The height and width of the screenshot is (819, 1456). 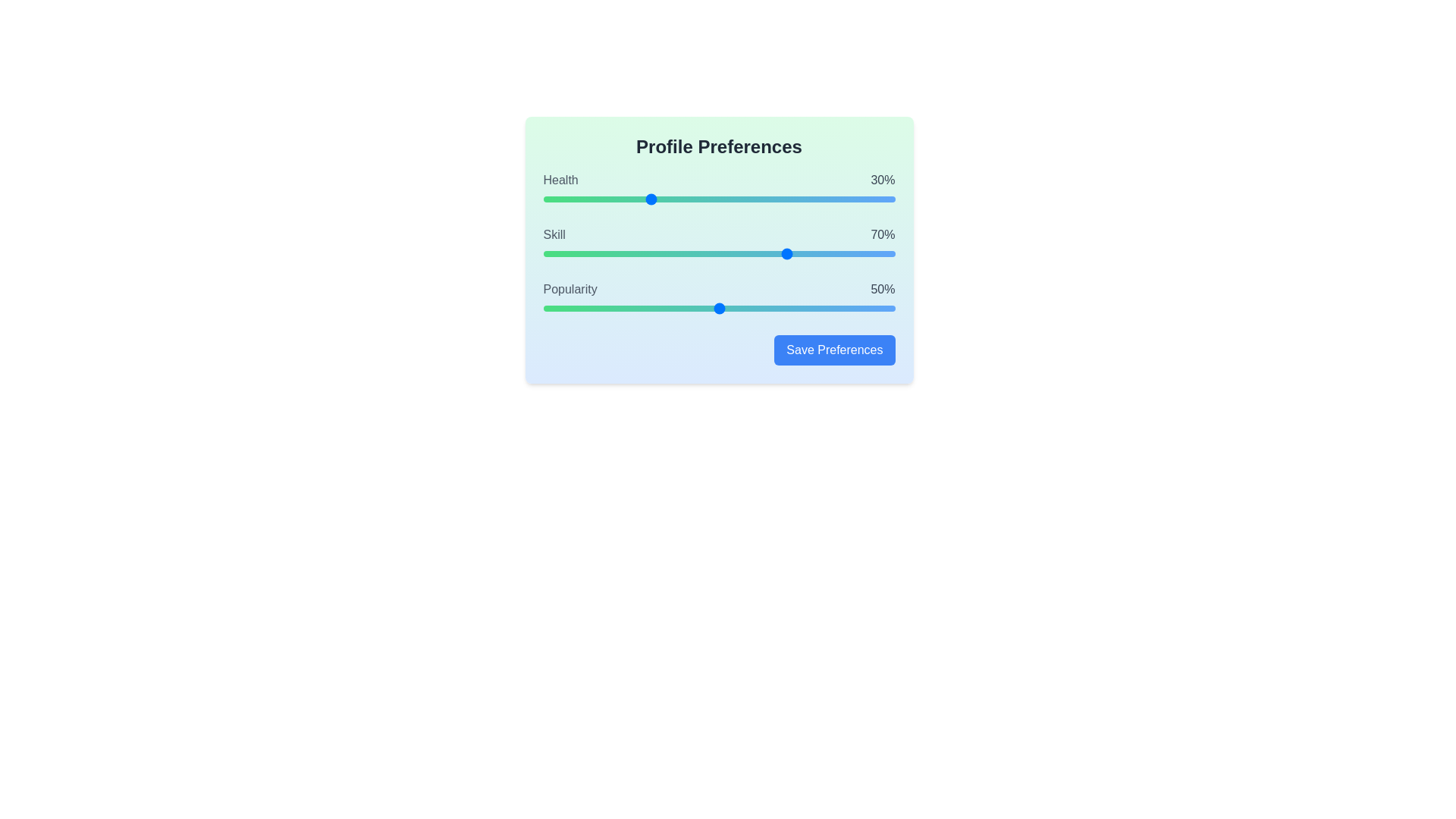 I want to click on the 'Save Preferences' button to save the current preferences, so click(x=833, y=350).